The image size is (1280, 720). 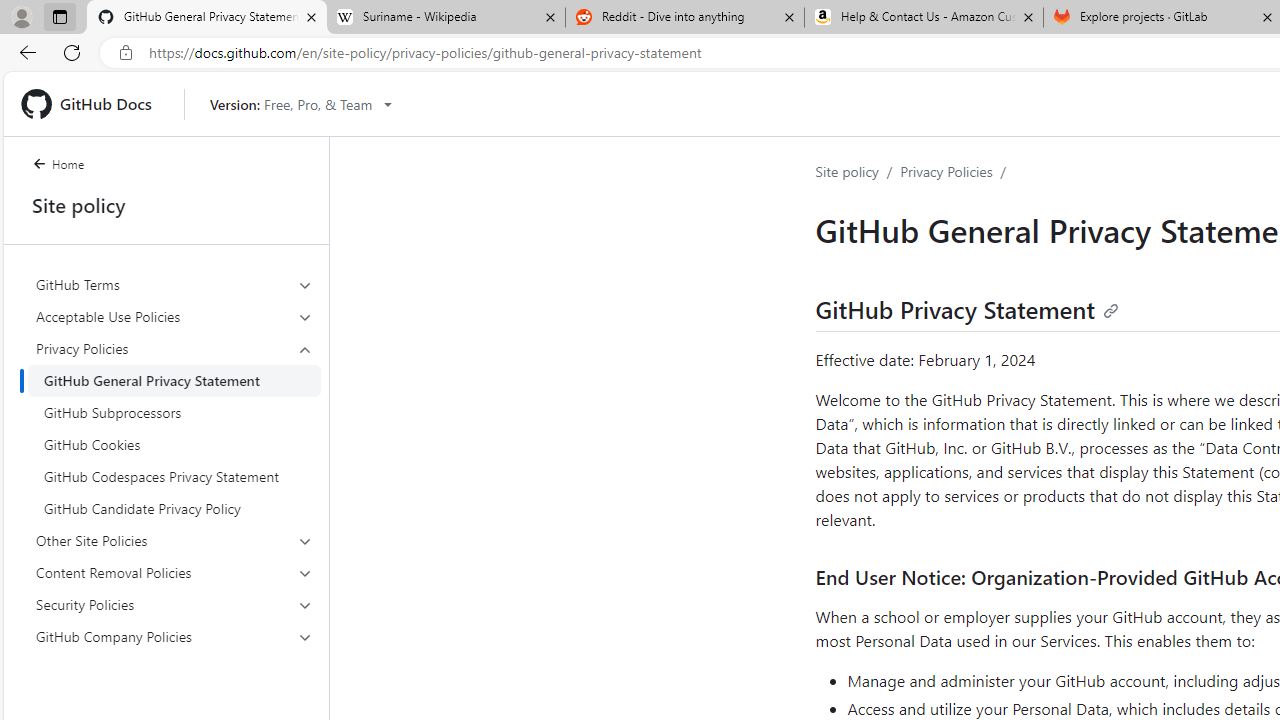 What do you see at coordinates (174, 541) in the screenshot?
I see `'Other Site Policies'` at bounding box center [174, 541].